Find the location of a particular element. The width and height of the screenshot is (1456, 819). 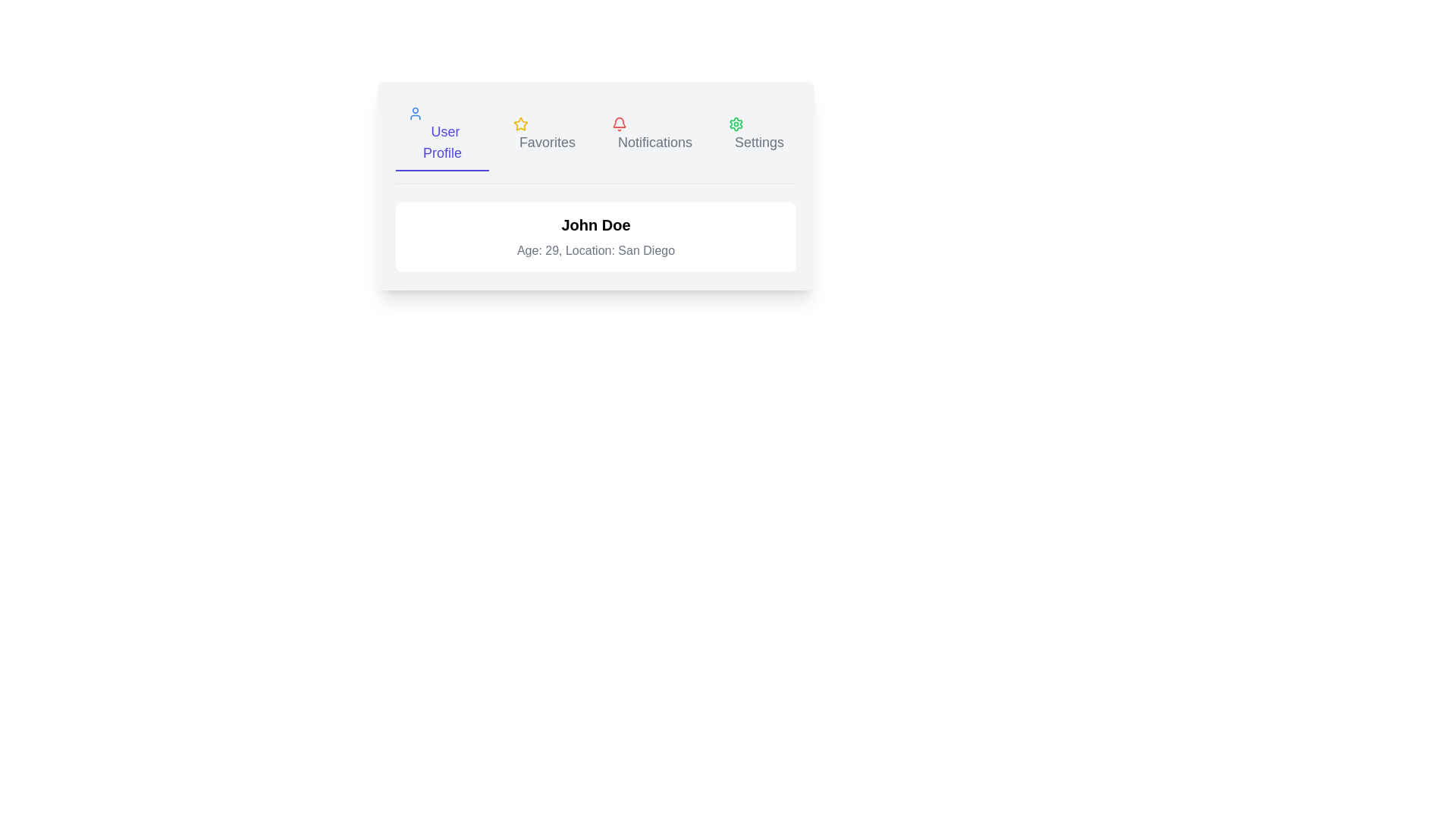

the settings icon, which is the fourth icon in the top-right section of the horizontal navigation bar is located at coordinates (736, 124).